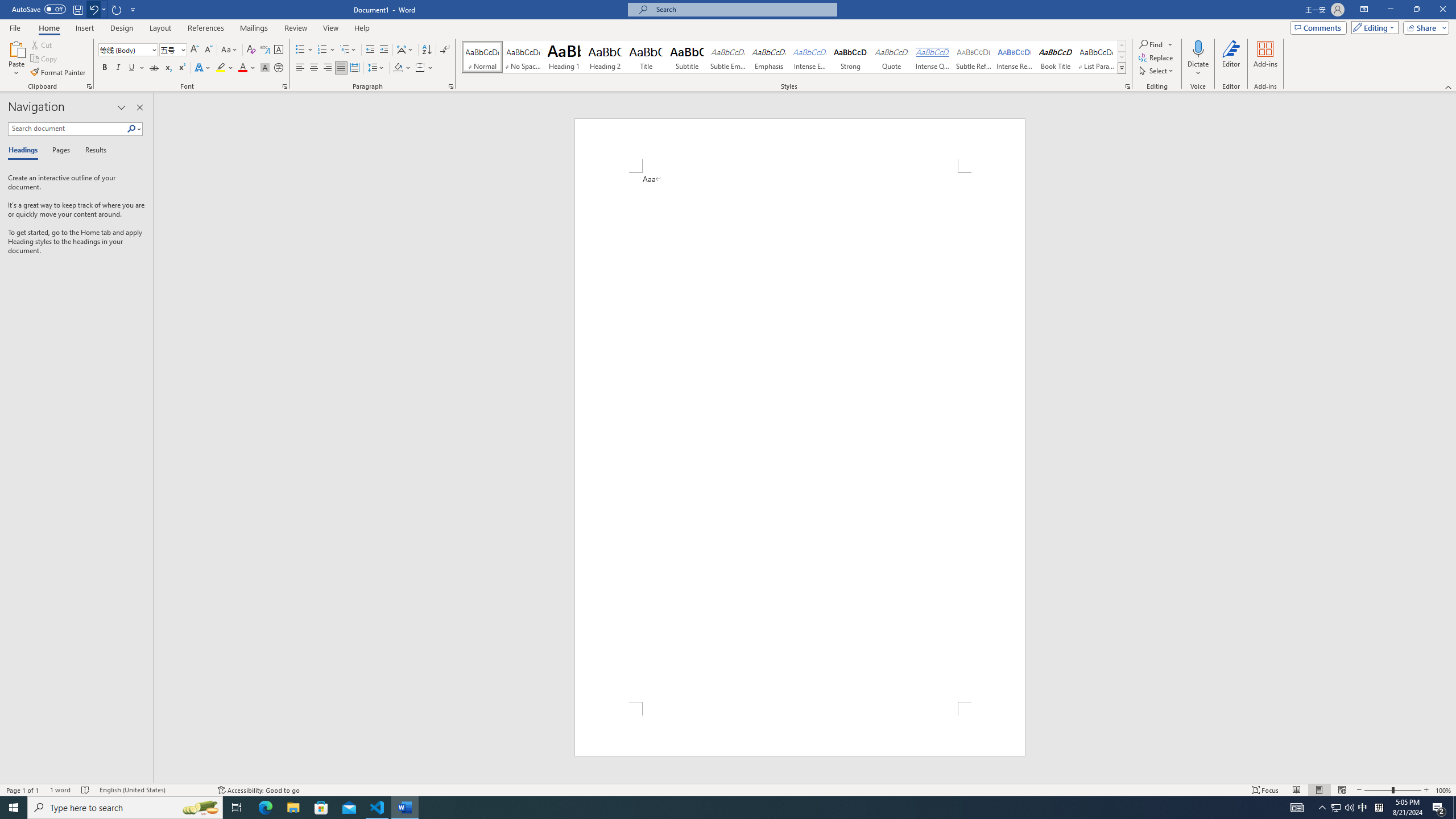 Image resolution: width=1456 pixels, height=819 pixels. I want to click on 'Page Number Page 1 of 1', so click(23, 790).